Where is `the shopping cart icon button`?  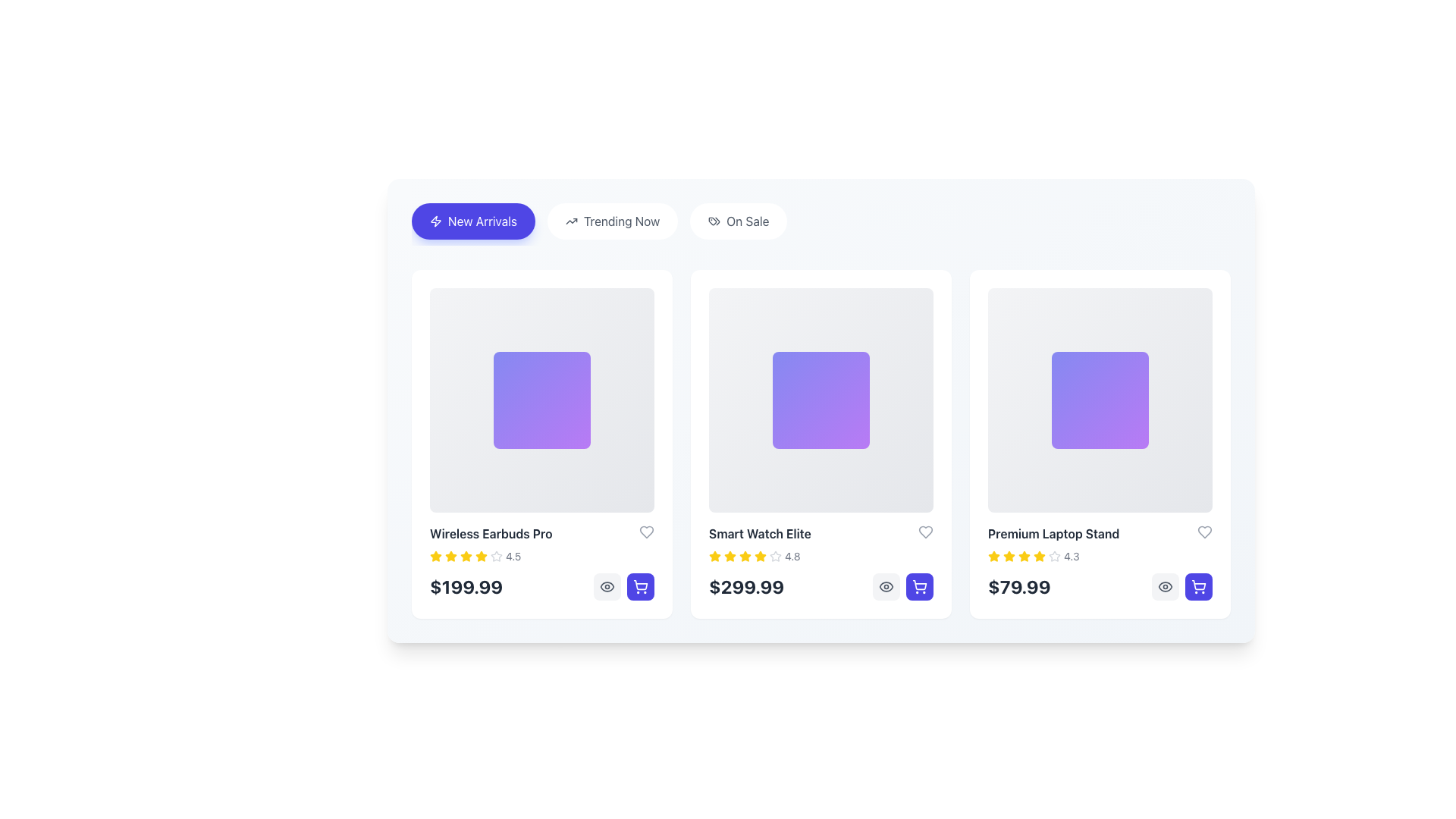
the shopping cart icon button is located at coordinates (640, 586).